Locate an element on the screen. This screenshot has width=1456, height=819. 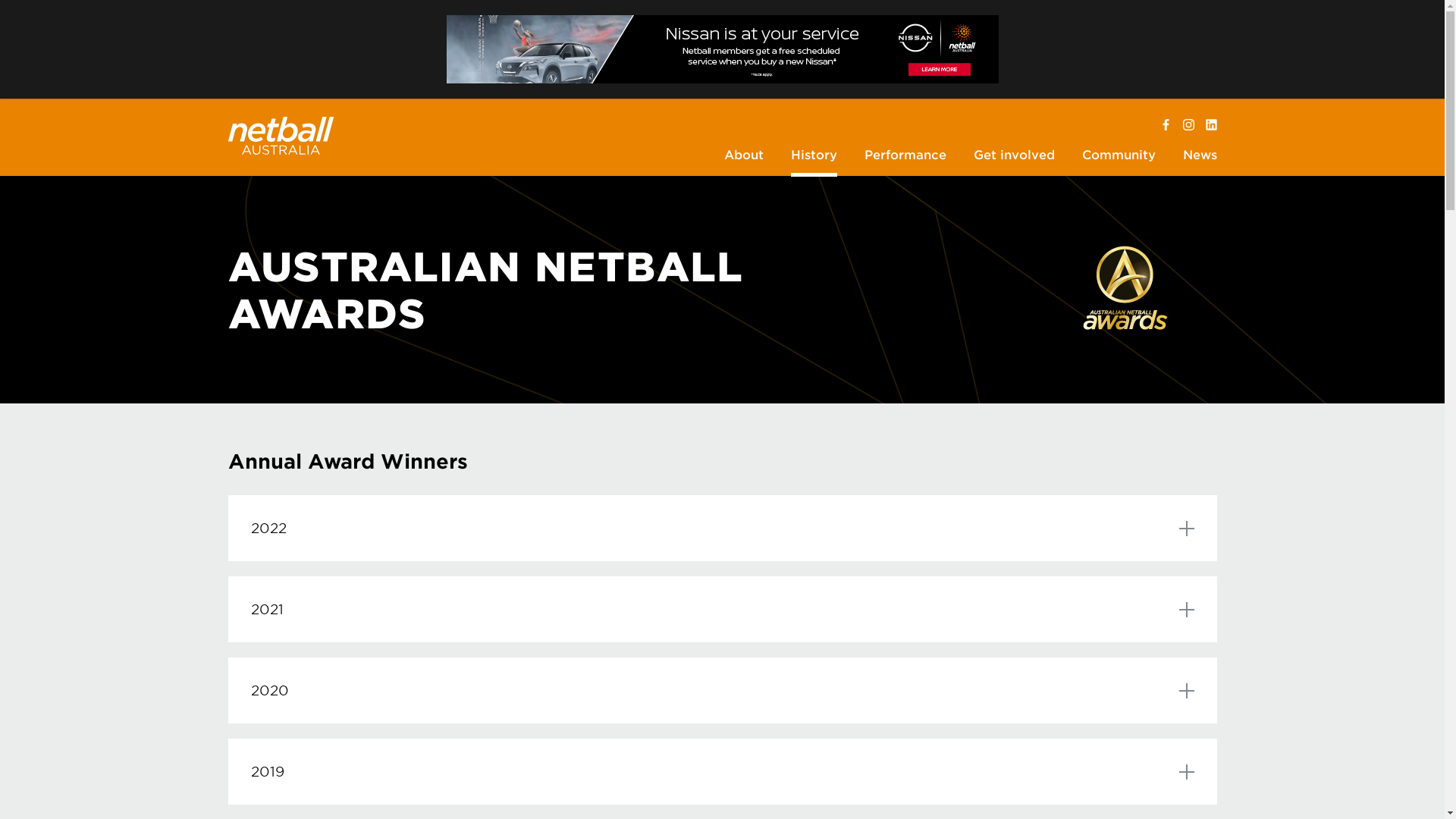
'Get involved' is located at coordinates (1013, 156).